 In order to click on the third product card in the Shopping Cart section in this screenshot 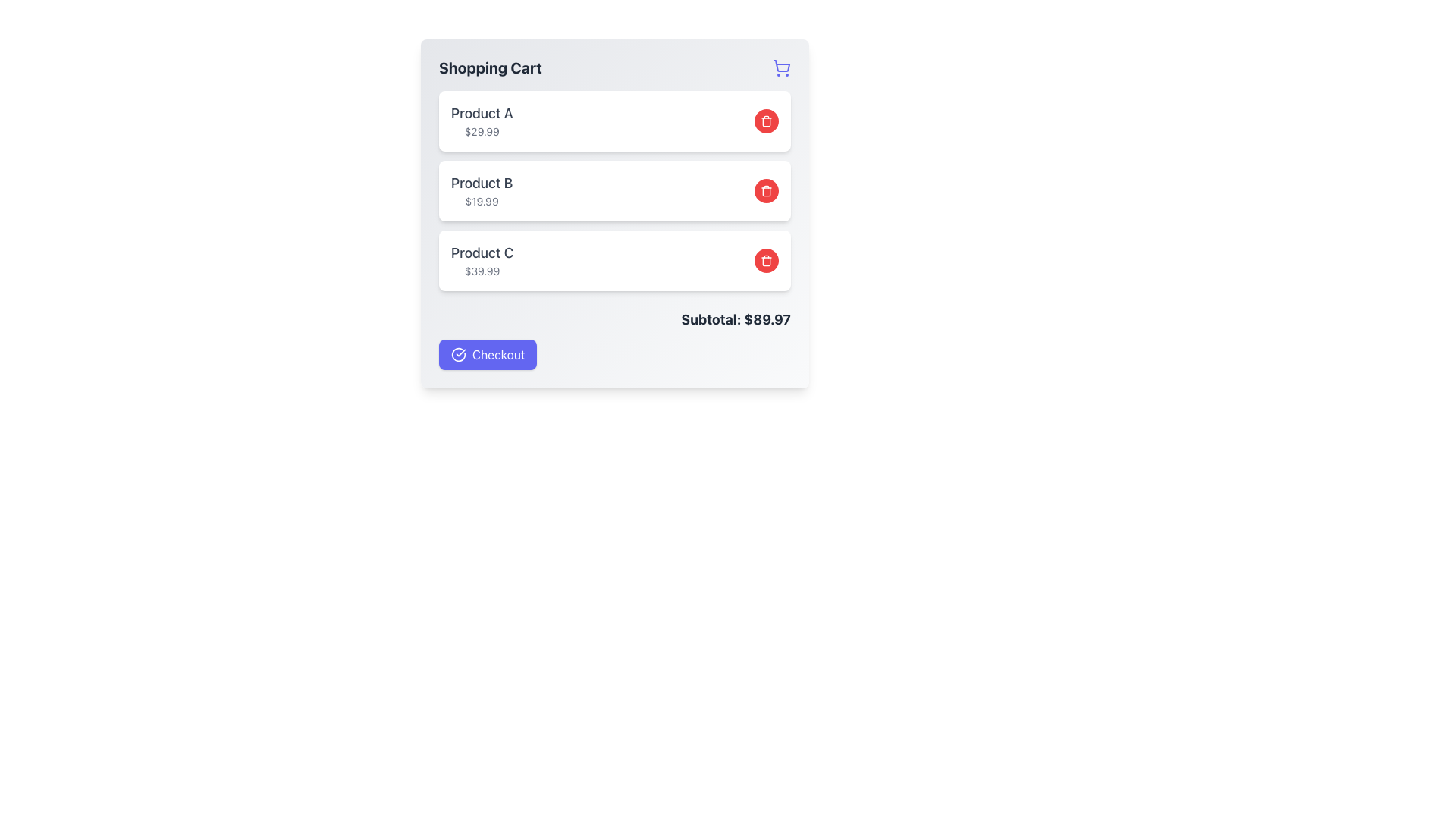, I will do `click(615, 259)`.